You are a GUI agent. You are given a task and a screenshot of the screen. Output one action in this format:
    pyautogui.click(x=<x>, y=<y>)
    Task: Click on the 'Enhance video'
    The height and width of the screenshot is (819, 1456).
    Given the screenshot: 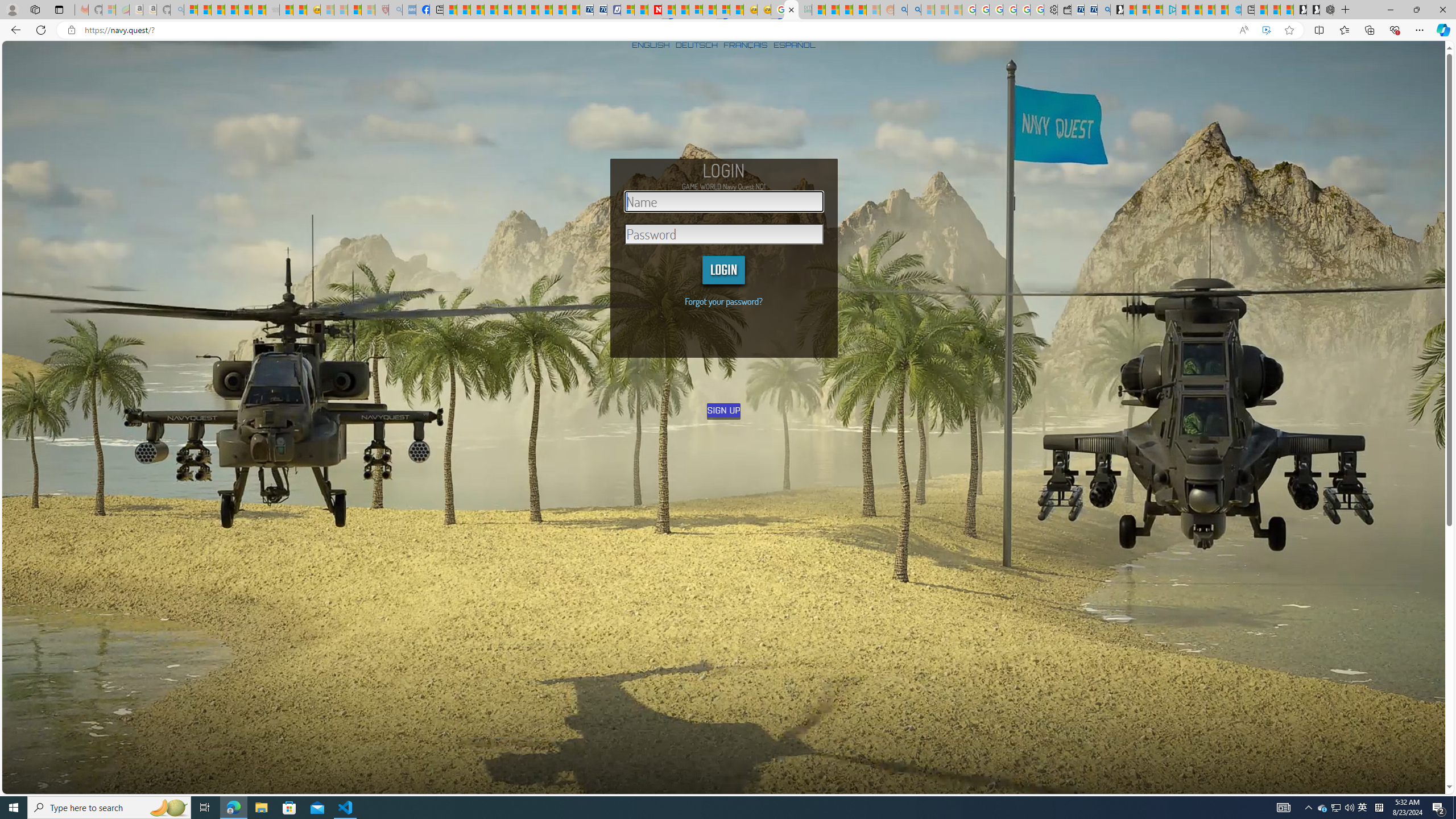 What is the action you would take?
    pyautogui.click(x=1266, y=30)
    